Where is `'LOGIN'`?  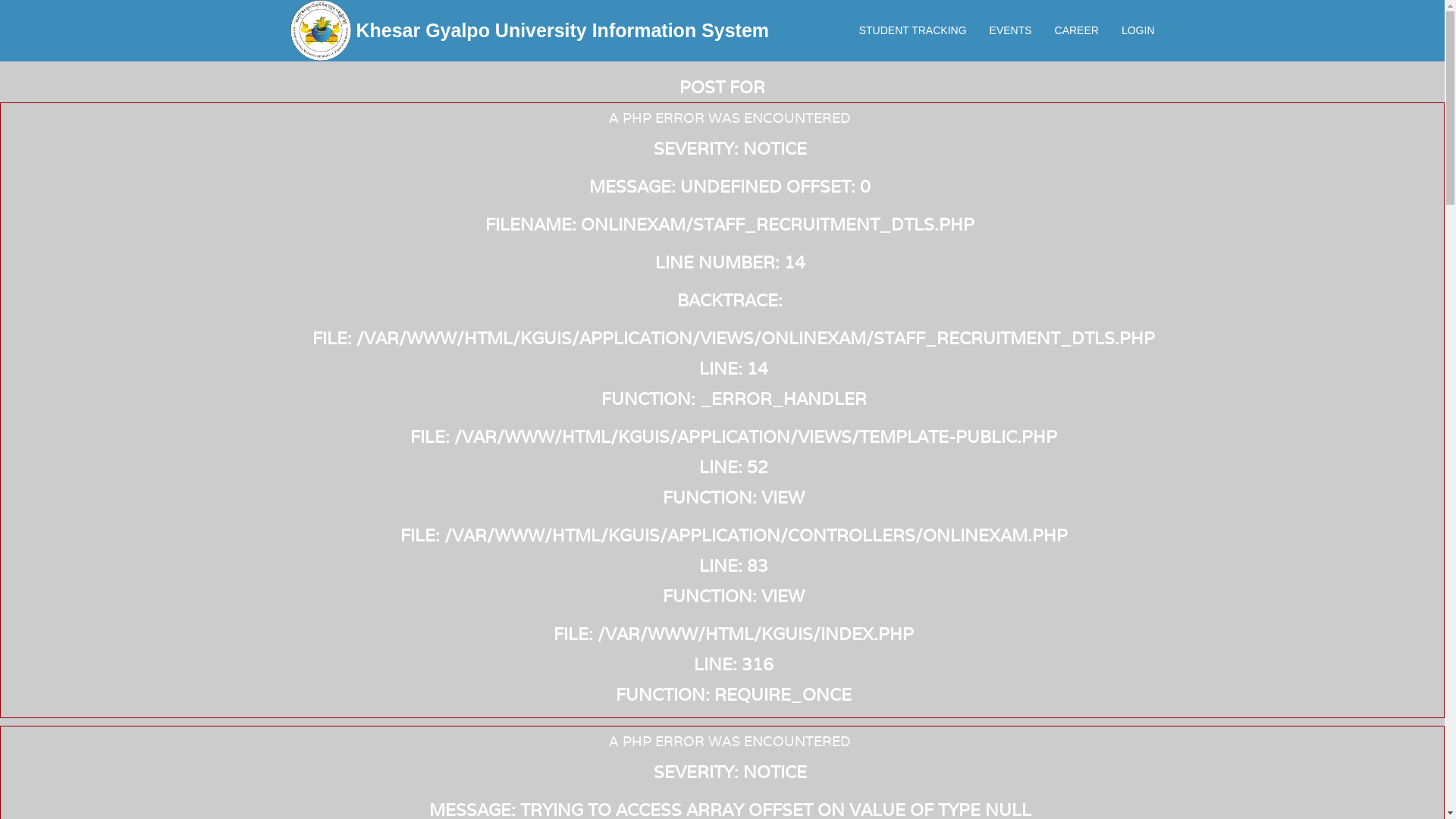 'LOGIN' is located at coordinates (1138, 30).